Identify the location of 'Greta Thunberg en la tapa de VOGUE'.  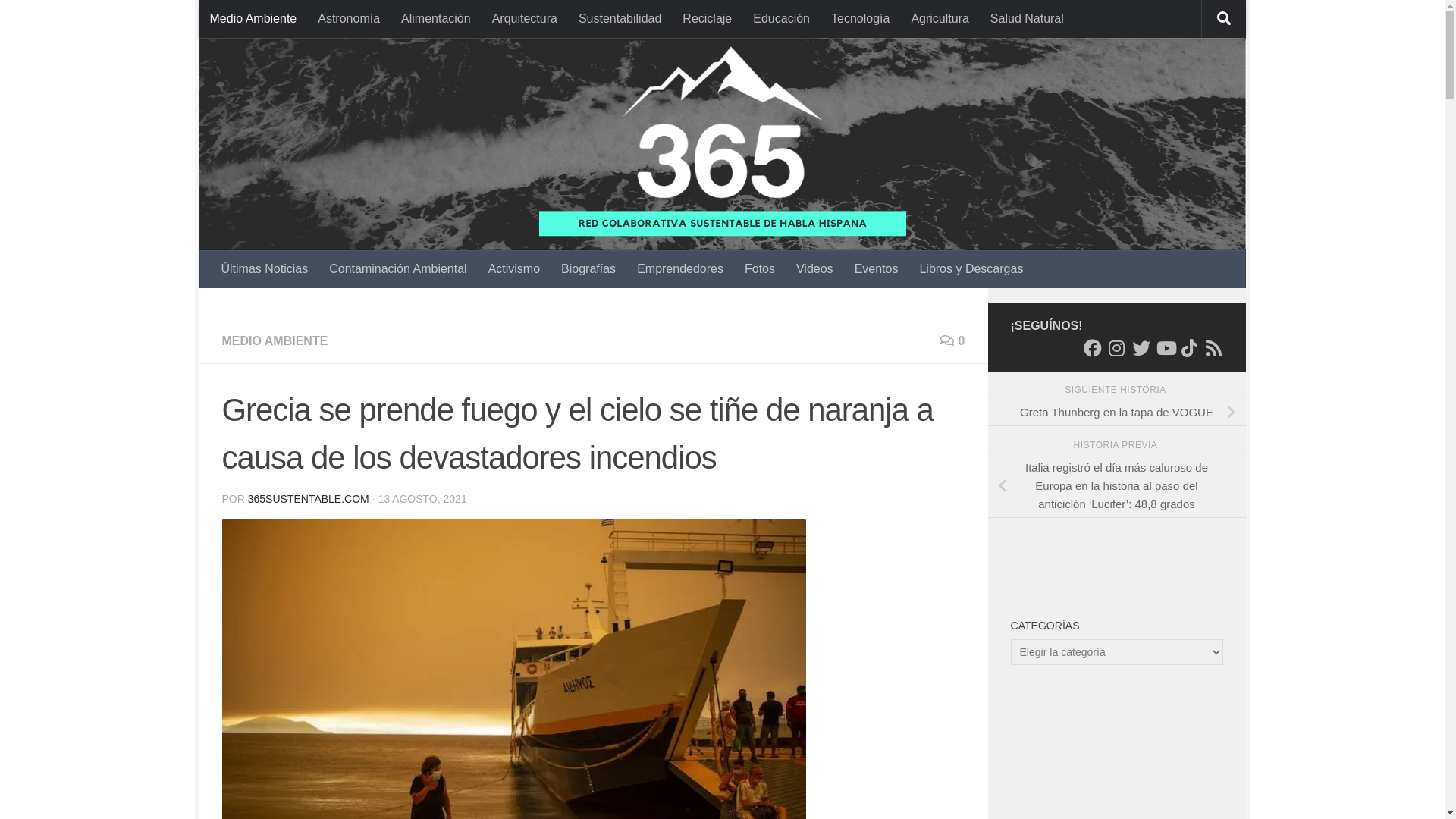
(1116, 412).